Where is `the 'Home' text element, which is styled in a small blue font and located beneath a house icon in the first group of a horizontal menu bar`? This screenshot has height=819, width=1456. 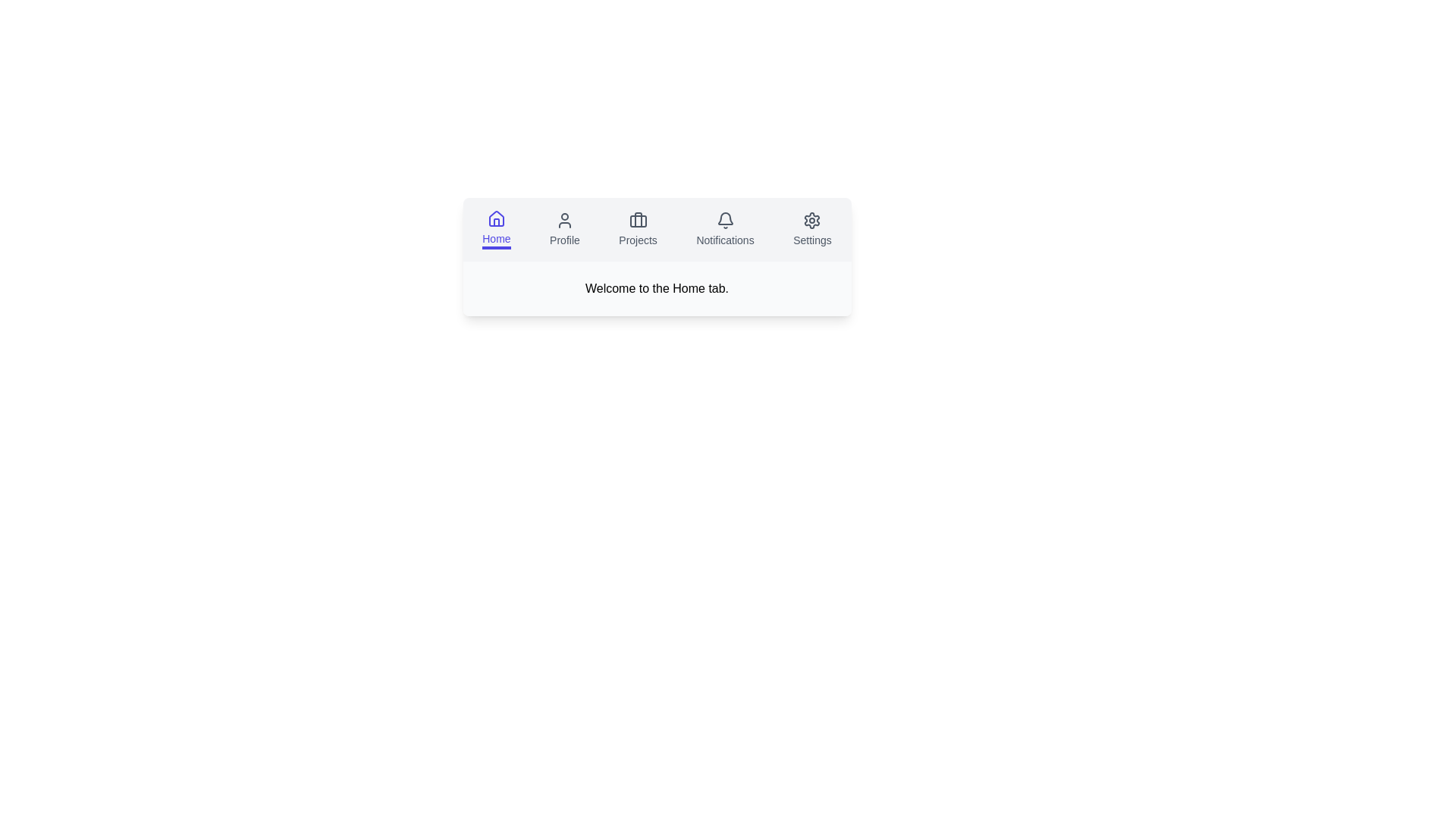
the 'Home' text element, which is styled in a small blue font and located beneath a house icon in the first group of a horizontal menu bar is located at coordinates (496, 239).